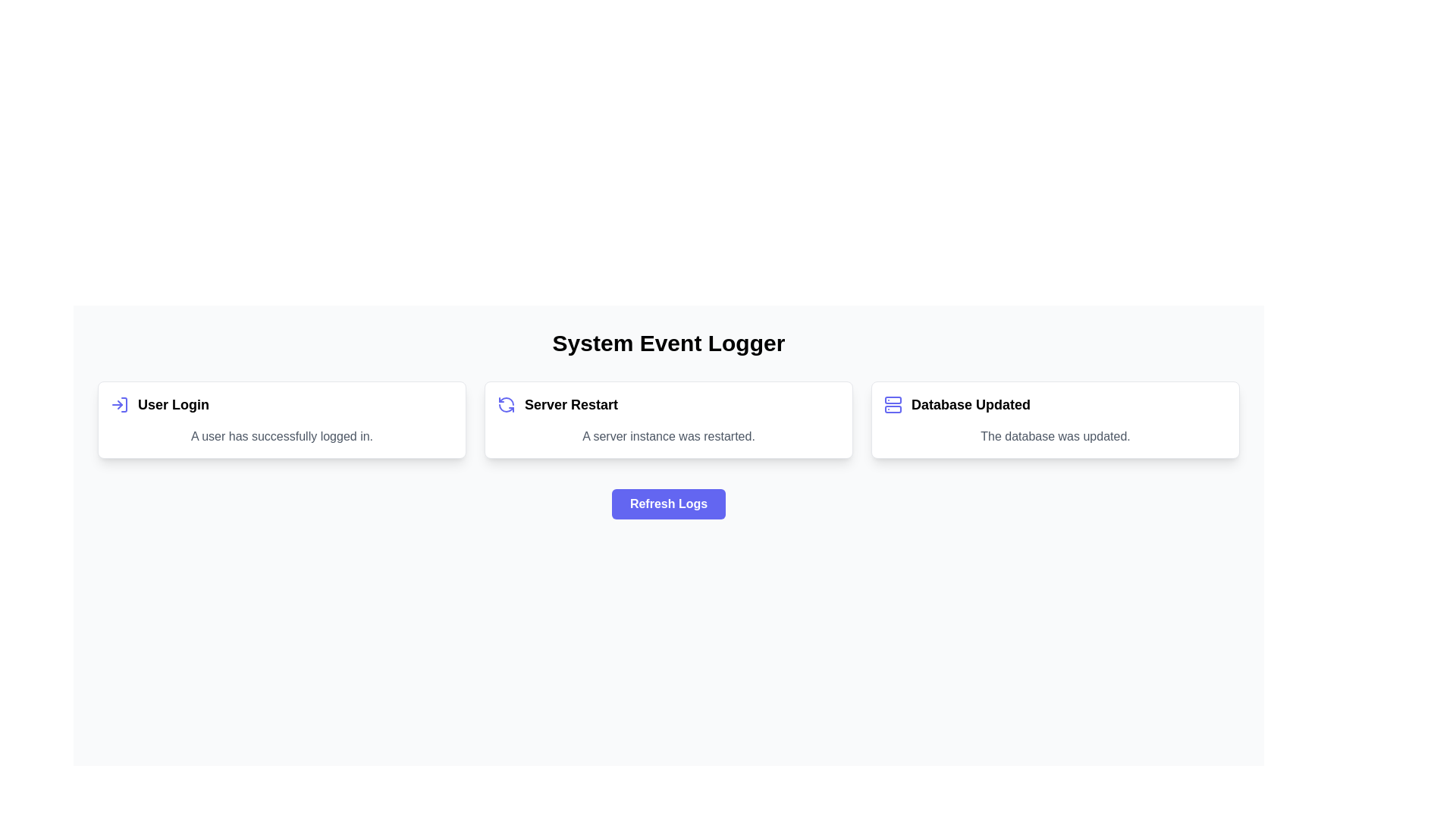  Describe the element at coordinates (893, 409) in the screenshot. I see `the lower rectangular component of the server icon in the 'Database Updated' section, which visually represents a server` at that location.